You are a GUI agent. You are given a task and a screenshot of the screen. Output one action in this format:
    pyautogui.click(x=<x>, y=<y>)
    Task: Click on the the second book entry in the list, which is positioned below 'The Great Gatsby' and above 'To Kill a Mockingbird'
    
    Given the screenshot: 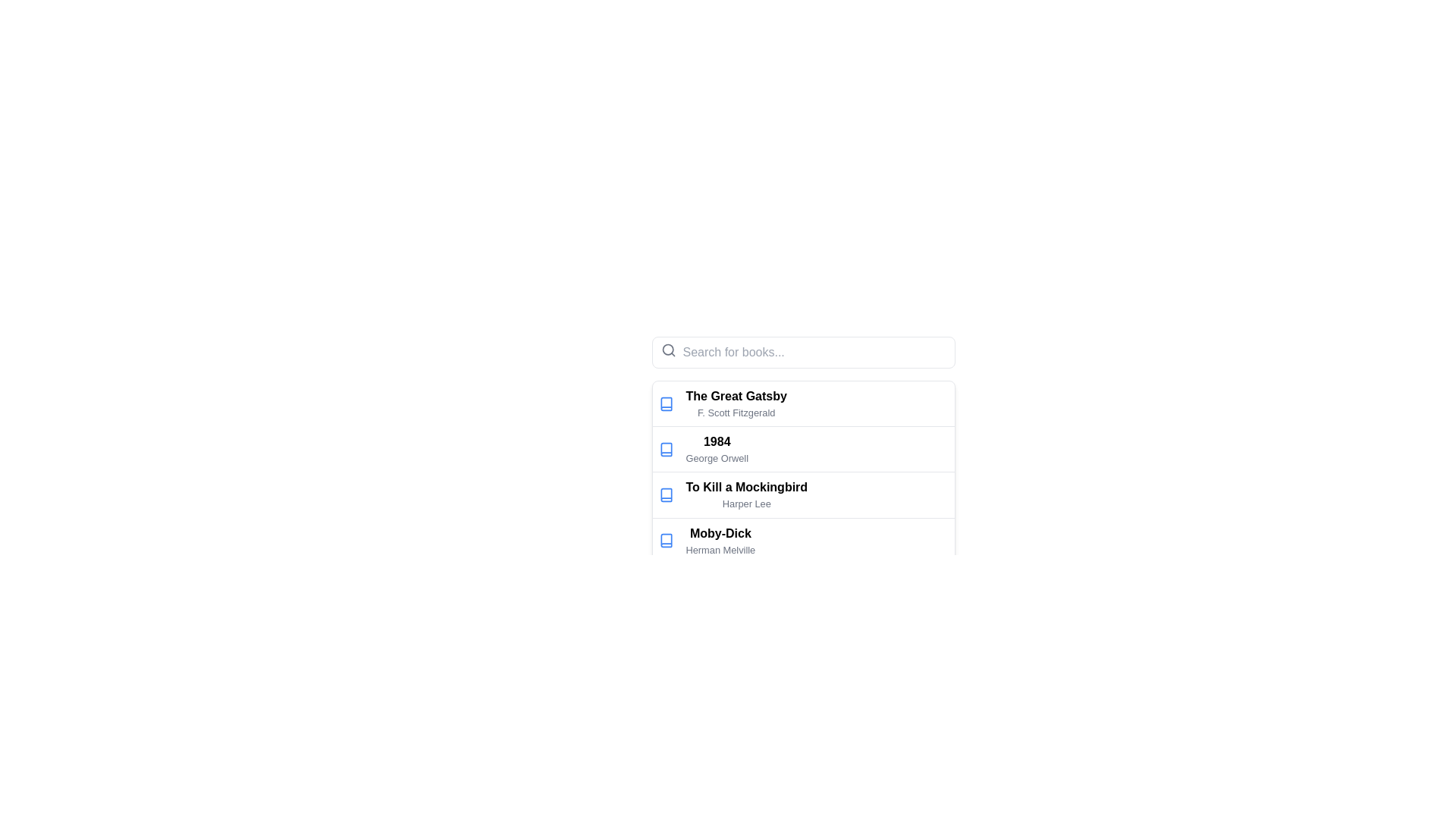 What is the action you would take?
    pyautogui.click(x=802, y=448)
    